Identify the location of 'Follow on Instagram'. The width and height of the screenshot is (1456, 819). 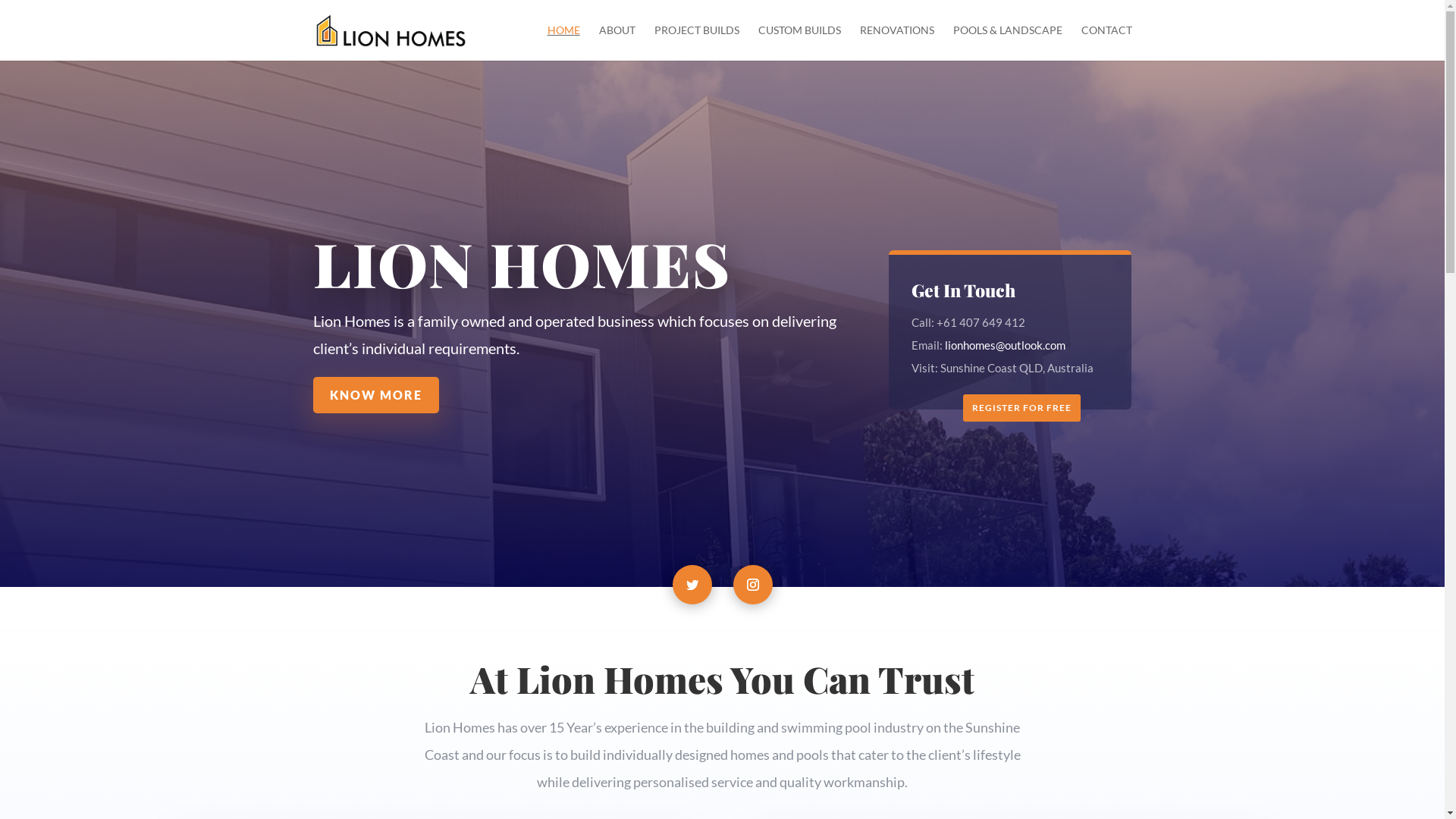
(752, 584).